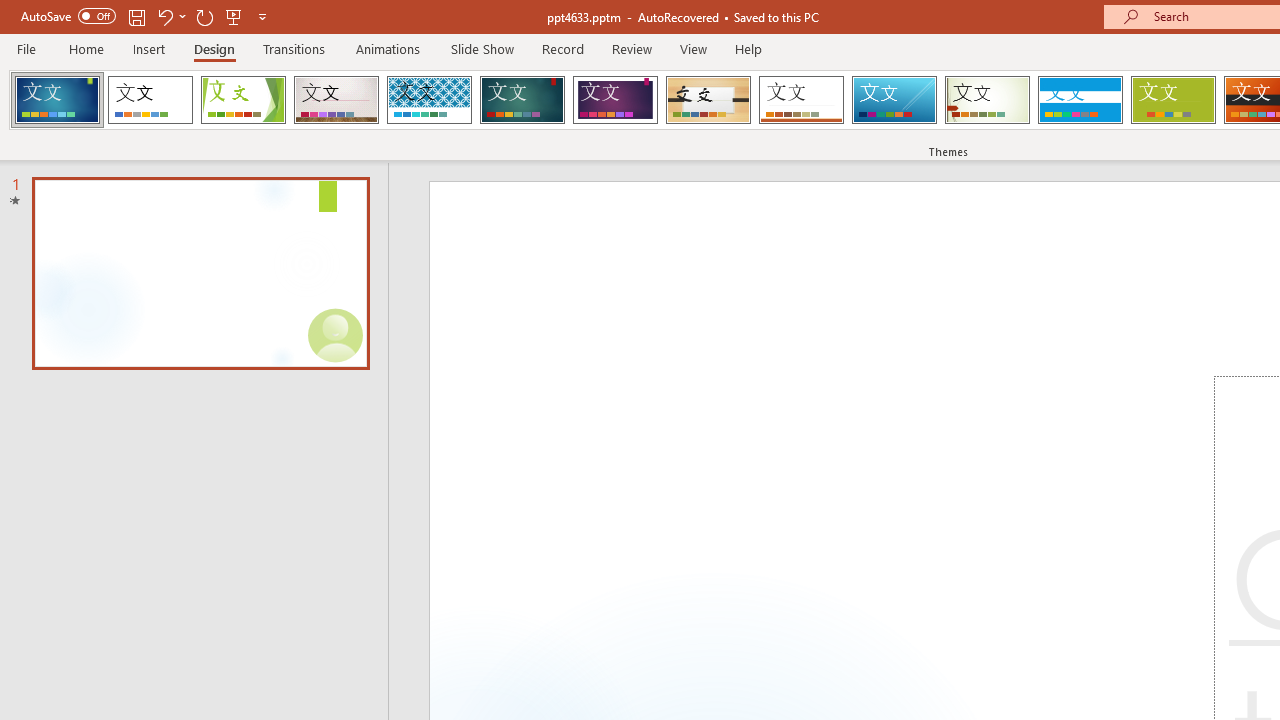 Image resolution: width=1280 pixels, height=720 pixels. What do you see at coordinates (183, 16) in the screenshot?
I see `'More Options'` at bounding box center [183, 16].